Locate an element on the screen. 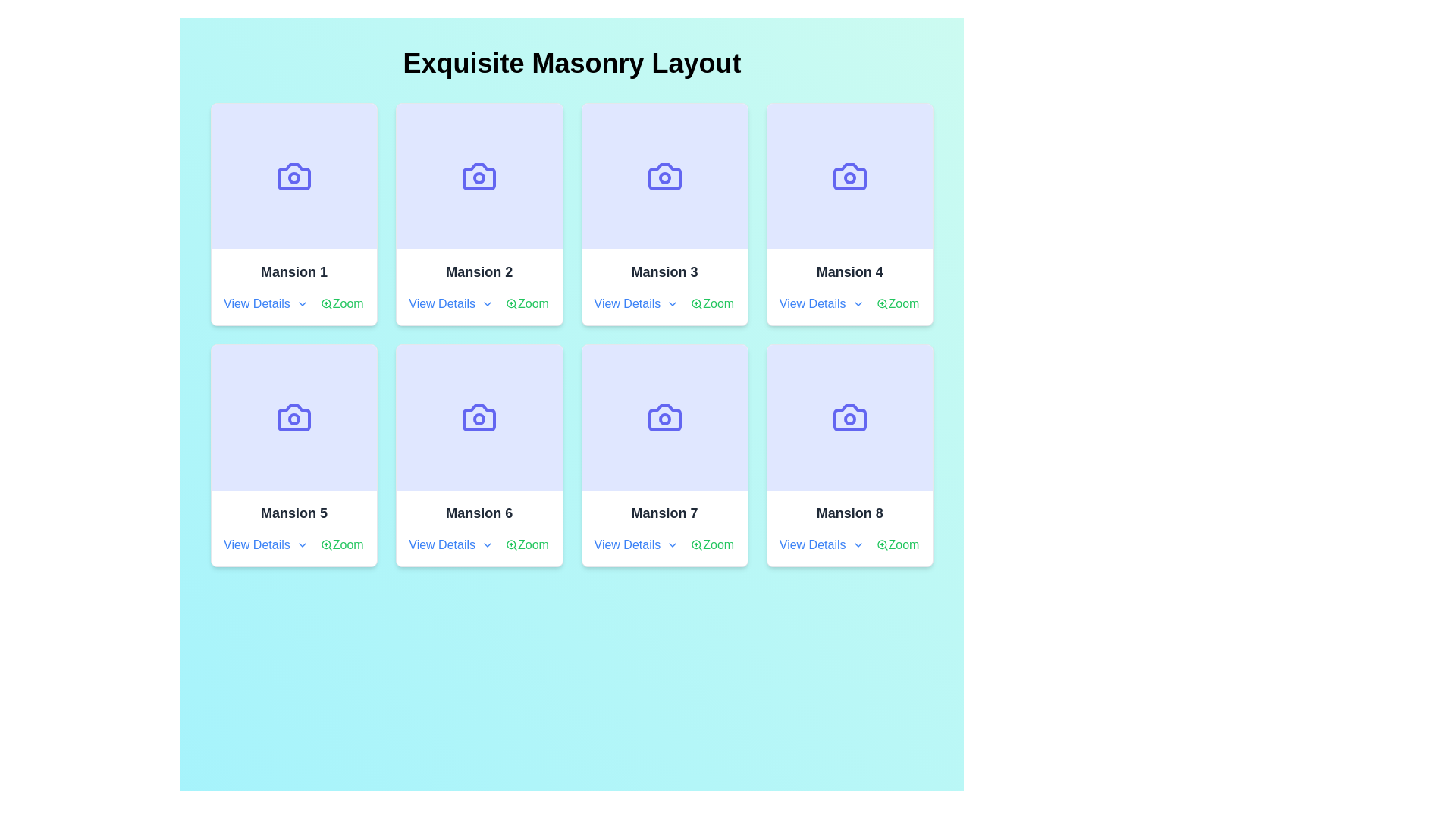 The height and width of the screenshot is (819, 1456). the small downward-facing chevron icon located to the right of the 'View Details' text within the 'Mansion 4' card is located at coordinates (858, 304).